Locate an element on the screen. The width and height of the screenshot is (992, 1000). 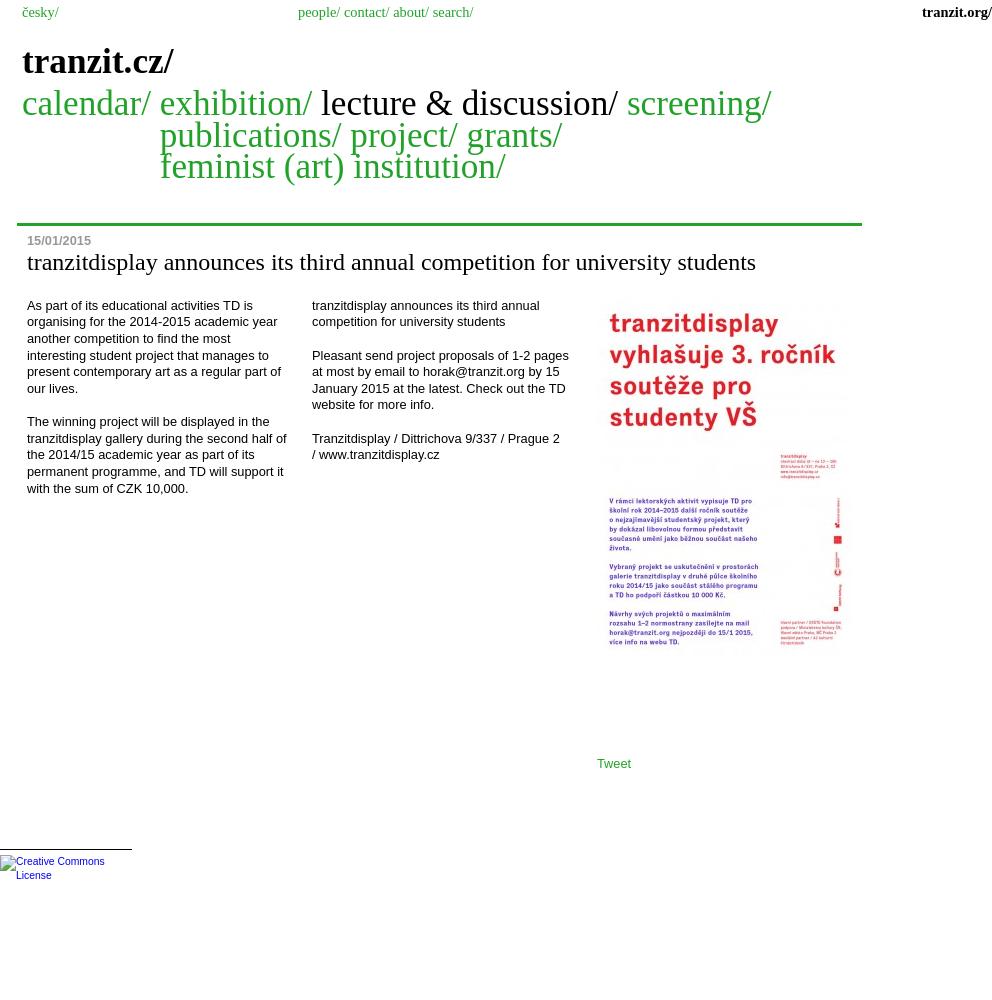
'The winning project will be displayed in the tranzitdisplay gallery during the second half of the 2014/15 academic year as part of its permanent programme, and TD will support it with the sum of CZK 10,000.' is located at coordinates (156, 453).